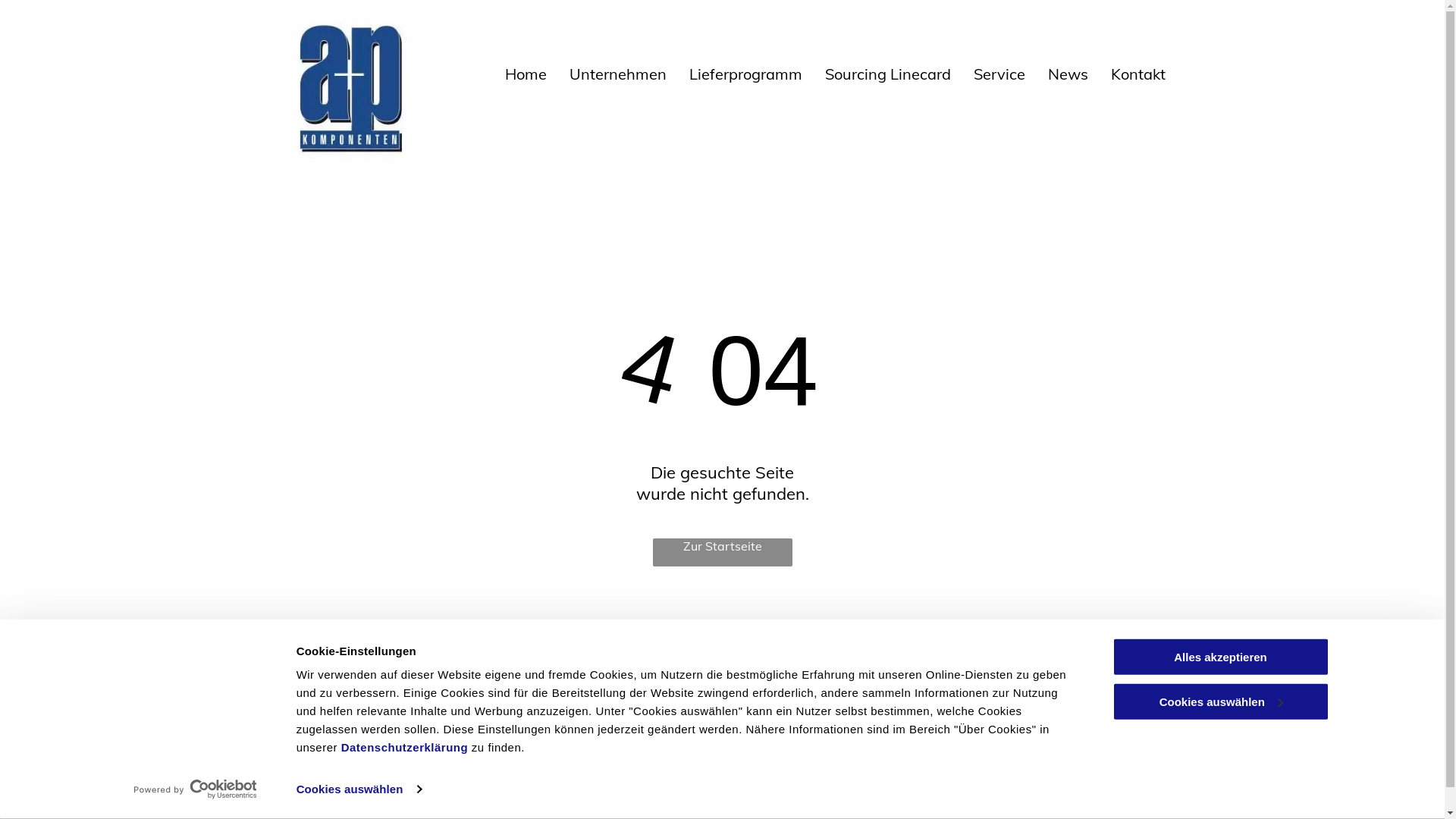  I want to click on 'Zur Startseite', so click(720, 552).